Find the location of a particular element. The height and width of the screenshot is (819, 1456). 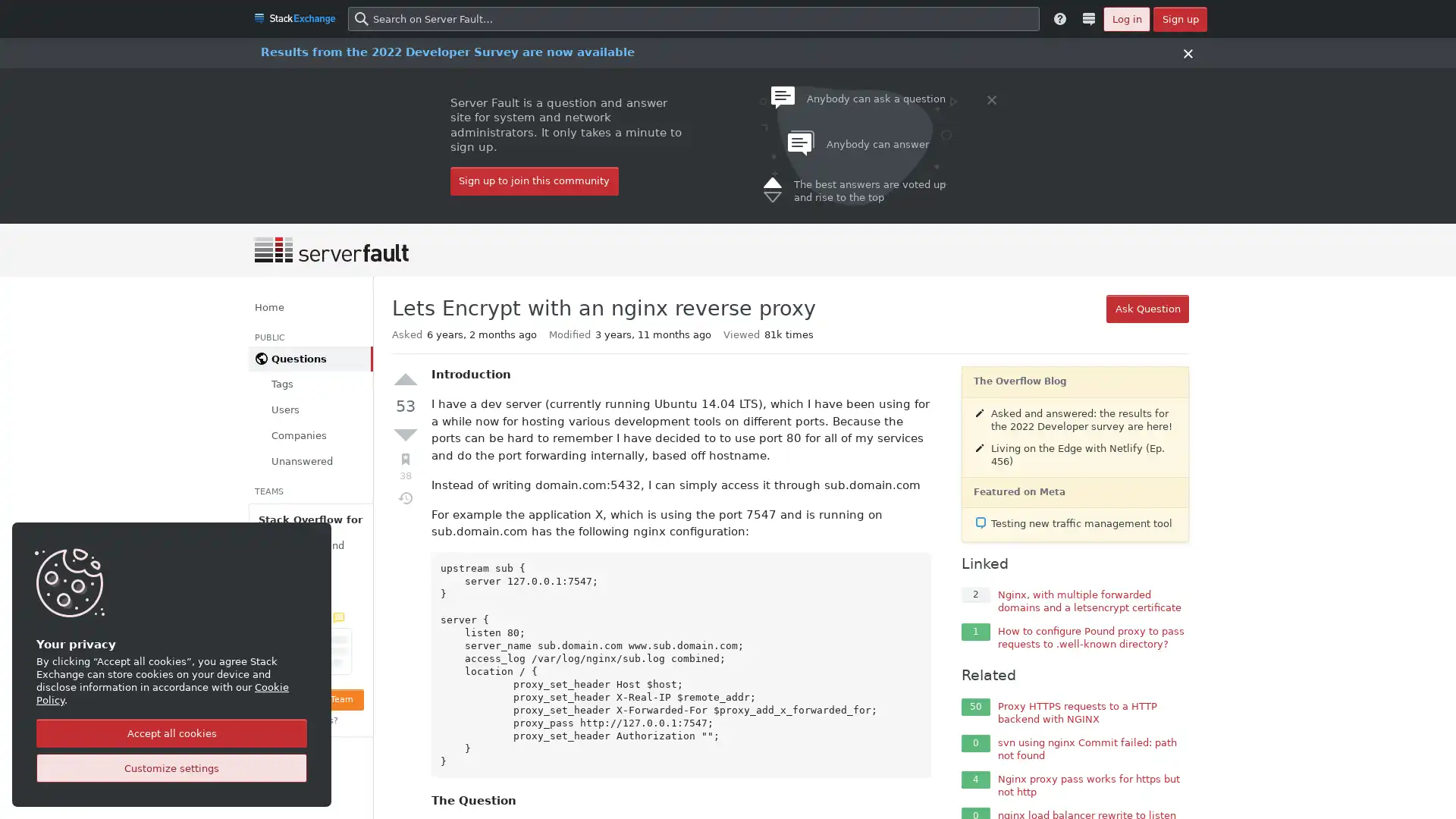

Bookmark (38) is located at coordinates (405, 466).